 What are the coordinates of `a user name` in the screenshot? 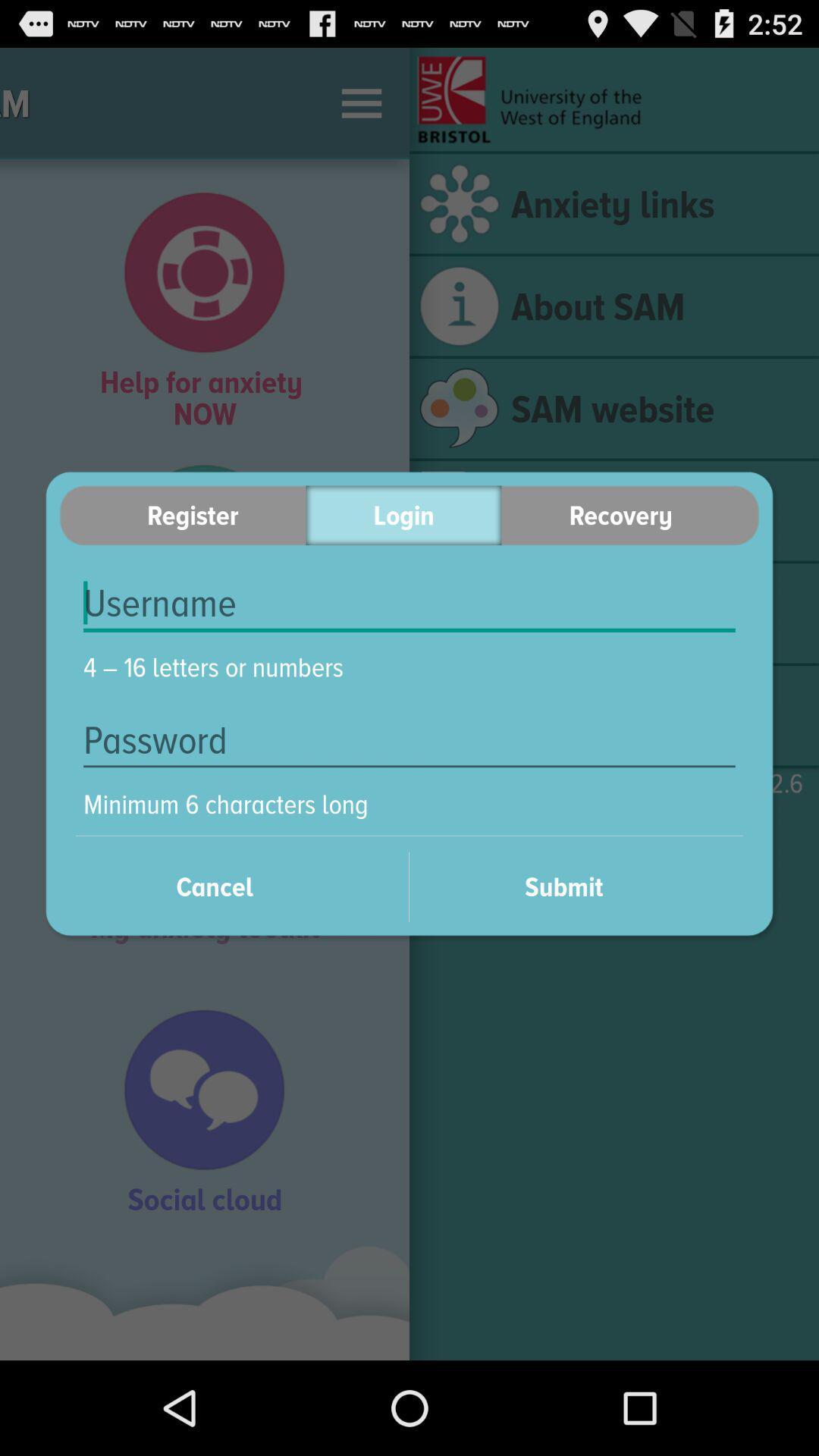 It's located at (409, 603).